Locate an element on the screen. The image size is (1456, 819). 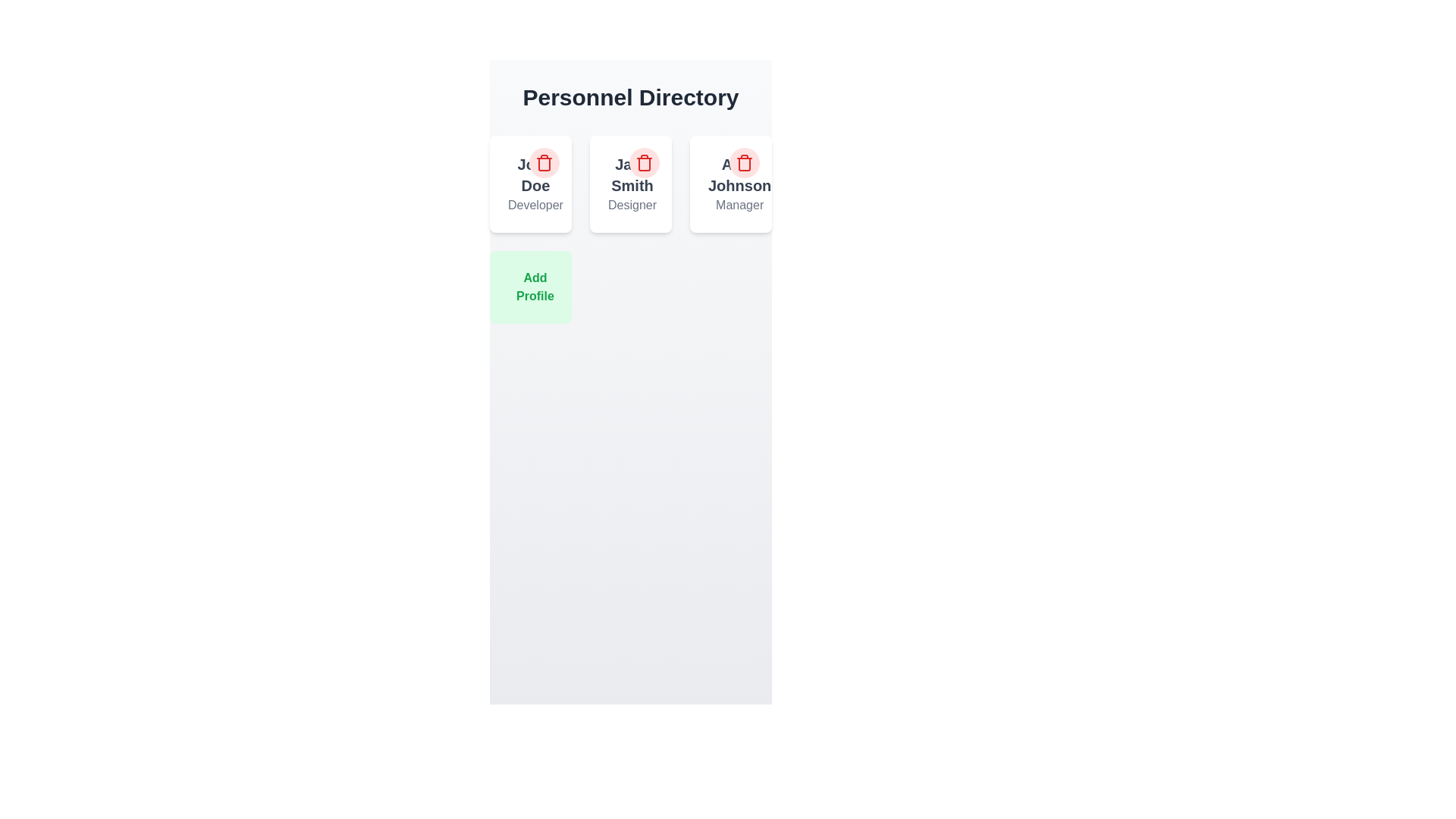
the profile card text element displaying 'John Doe' and their role 'Developer' in the personnel directory is located at coordinates (531, 184).